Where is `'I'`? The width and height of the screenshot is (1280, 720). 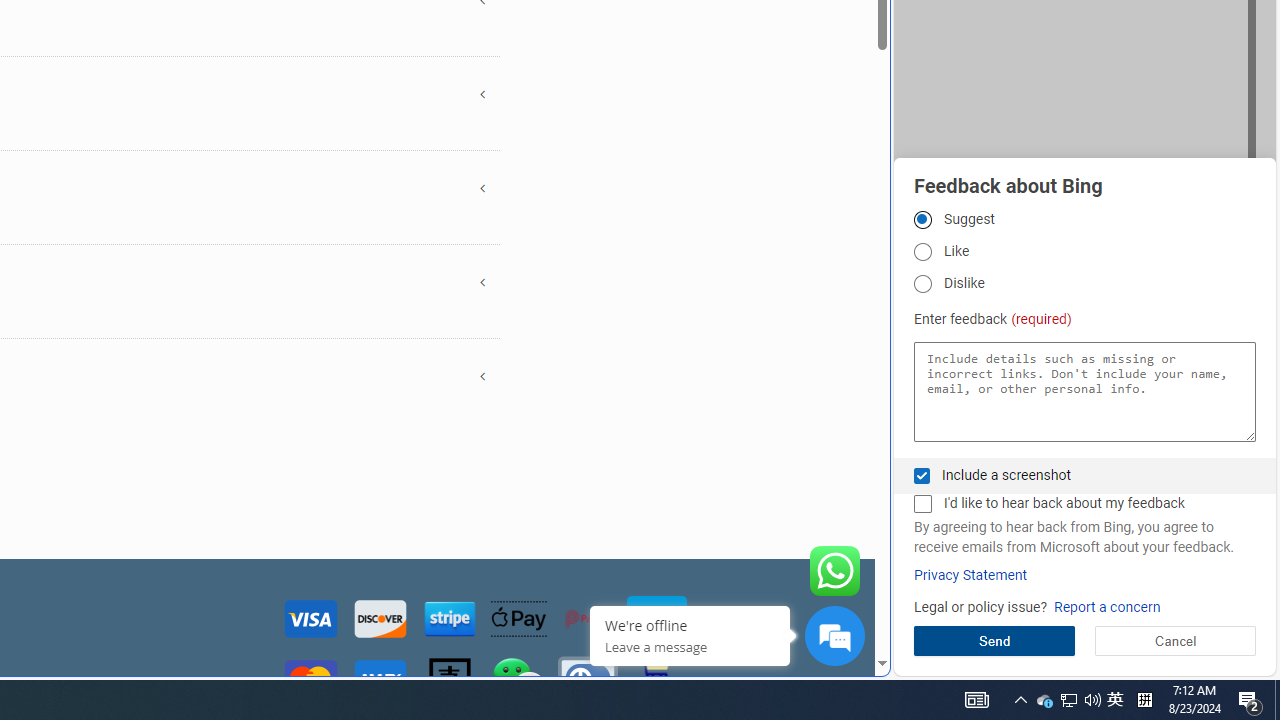 'I' is located at coordinates (921, 502).